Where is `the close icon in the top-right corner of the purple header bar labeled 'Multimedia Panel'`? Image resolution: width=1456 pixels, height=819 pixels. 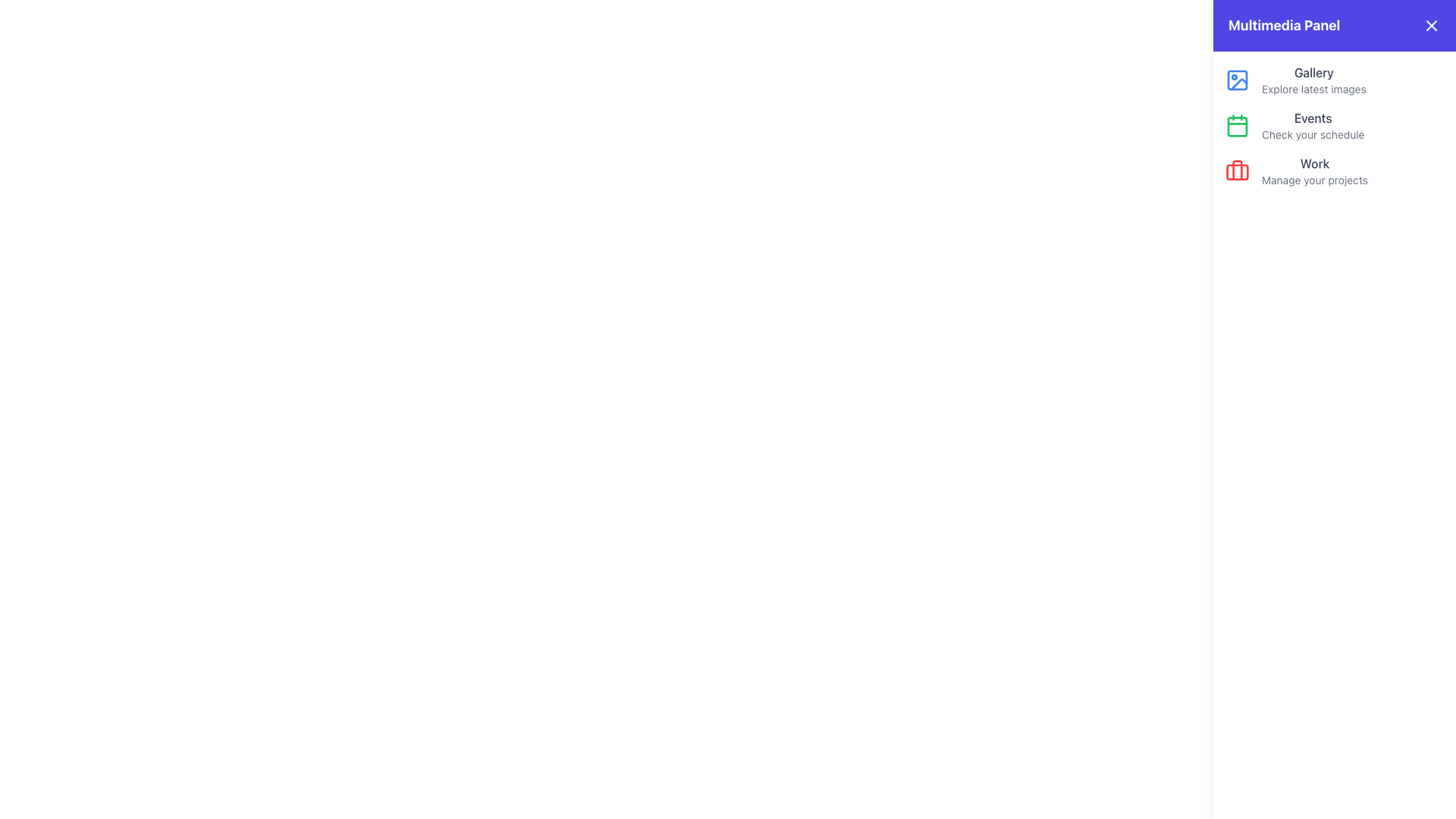
the close icon in the top-right corner of the purple header bar labeled 'Multimedia Panel' is located at coordinates (1430, 26).